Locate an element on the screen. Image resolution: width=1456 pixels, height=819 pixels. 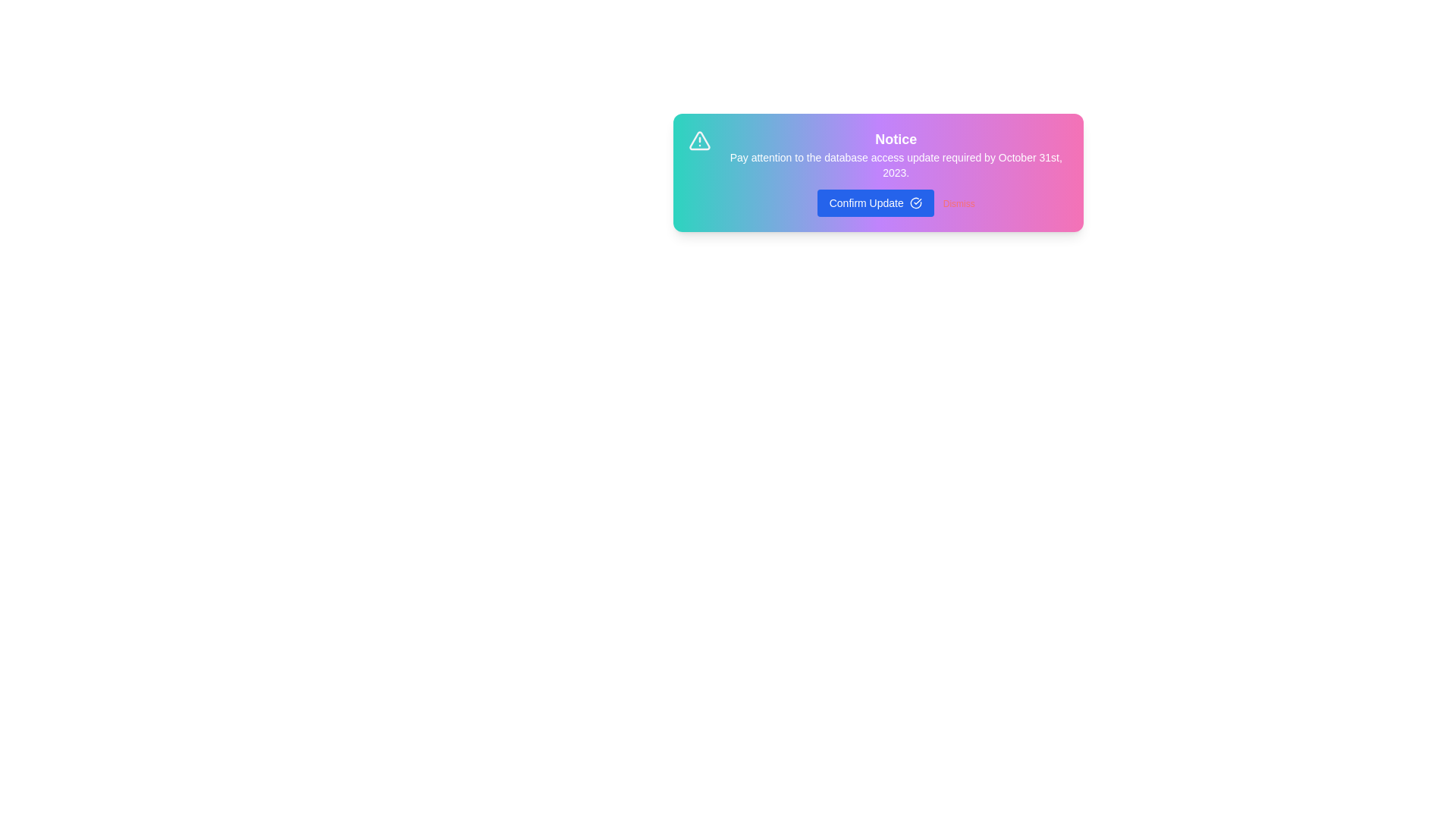
the word 'database' in the alert message is located at coordinates (758, 152).